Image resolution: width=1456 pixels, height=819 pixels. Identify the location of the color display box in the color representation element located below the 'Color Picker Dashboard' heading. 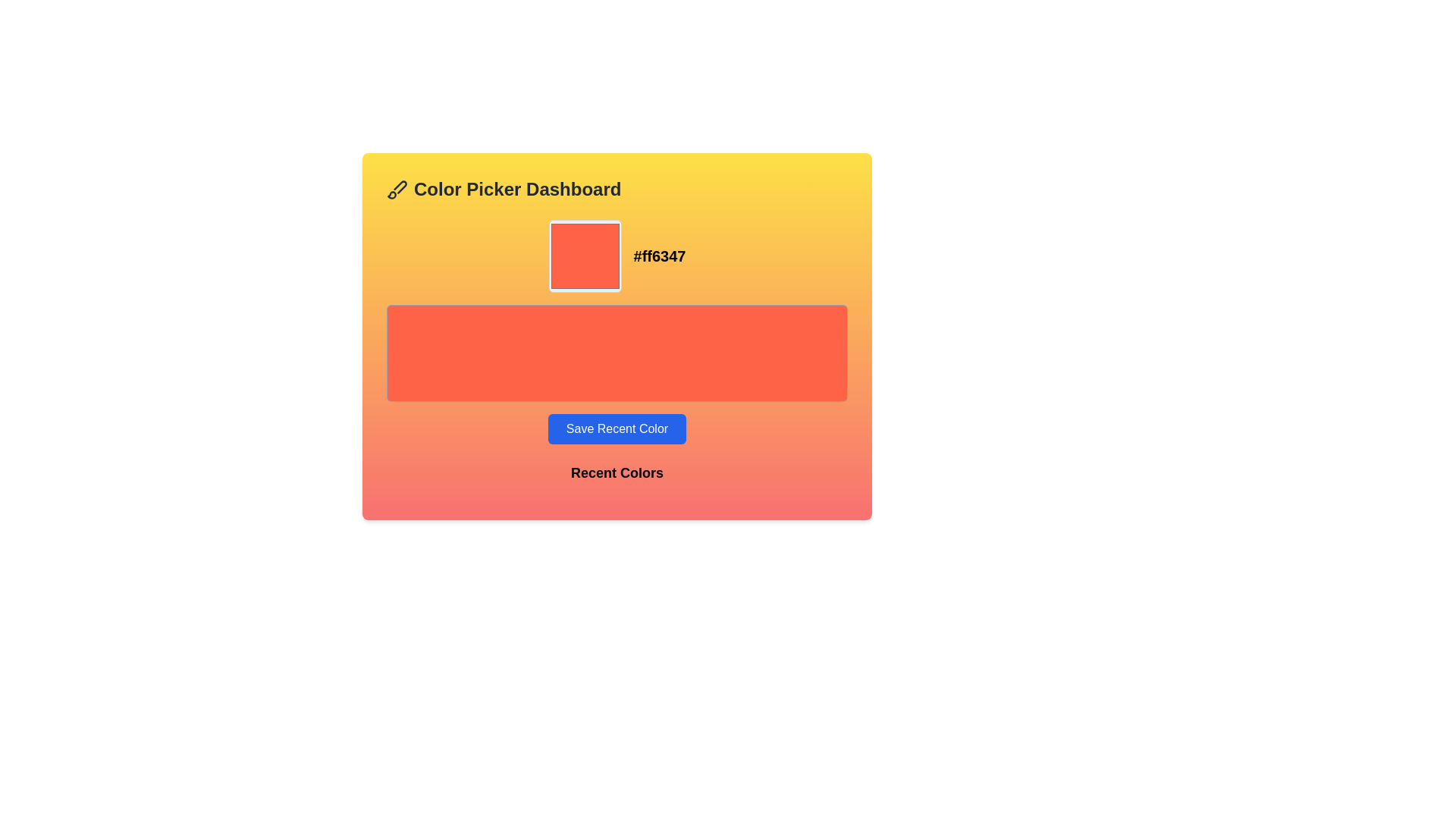
(617, 256).